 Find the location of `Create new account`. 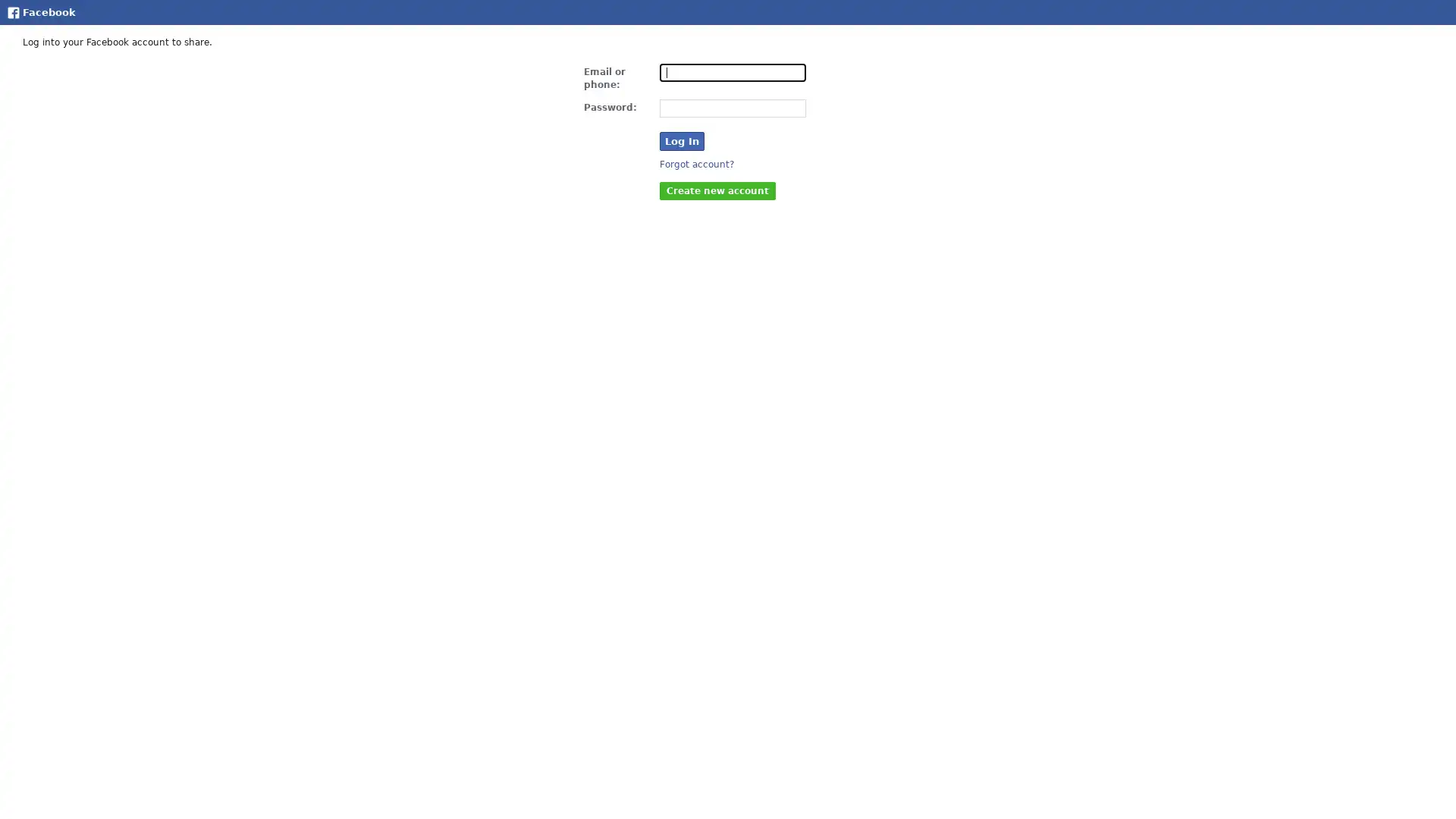

Create new account is located at coordinates (717, 189).